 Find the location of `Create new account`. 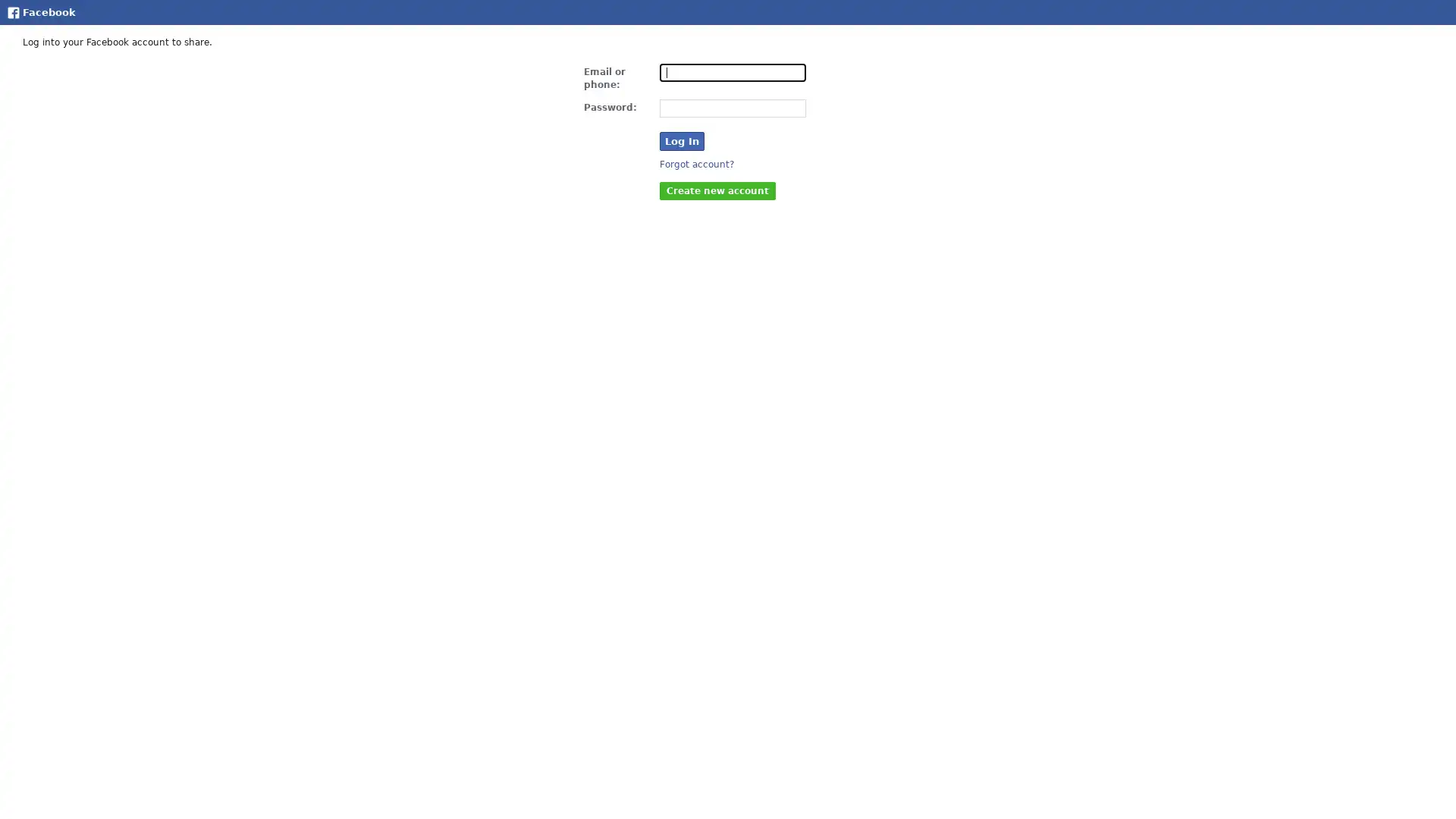

Create new account is located at coordinates (717, 189).